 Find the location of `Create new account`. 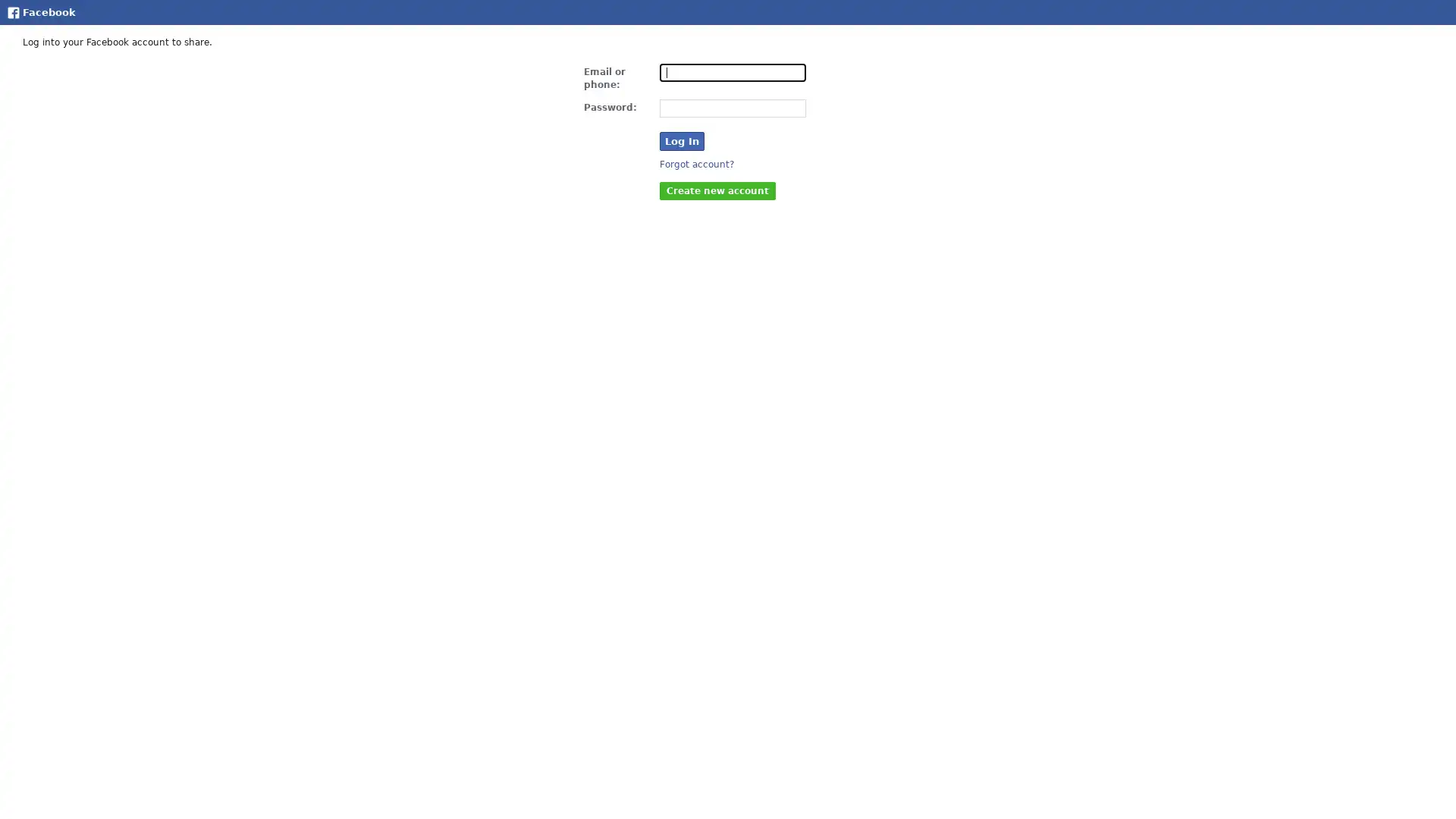

Create new account is located at coordinates (717, 189).